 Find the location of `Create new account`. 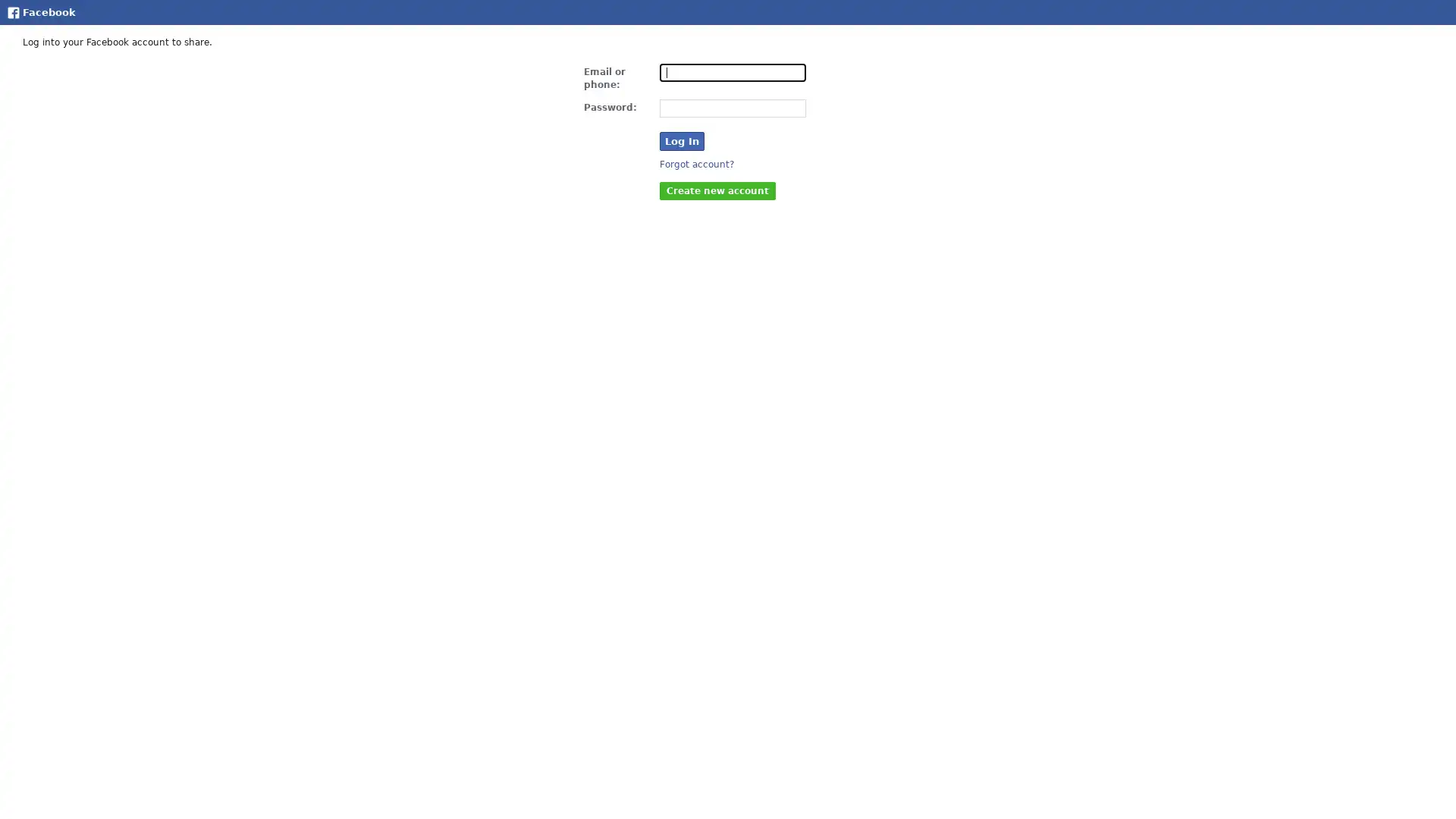

Create new account is located at coordinates (717, 189).